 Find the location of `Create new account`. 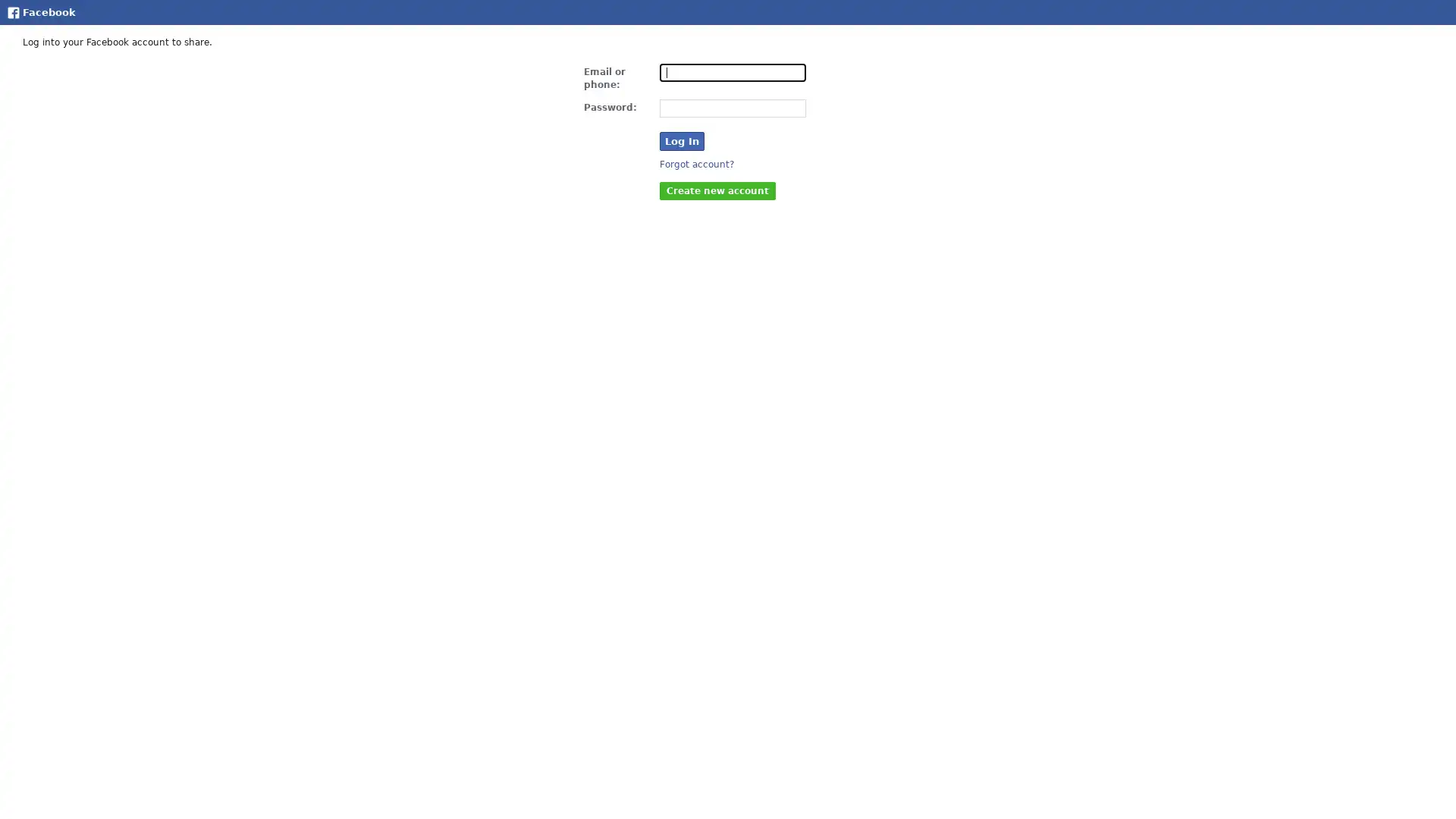

Create new account is located at coordinates (717, 189).